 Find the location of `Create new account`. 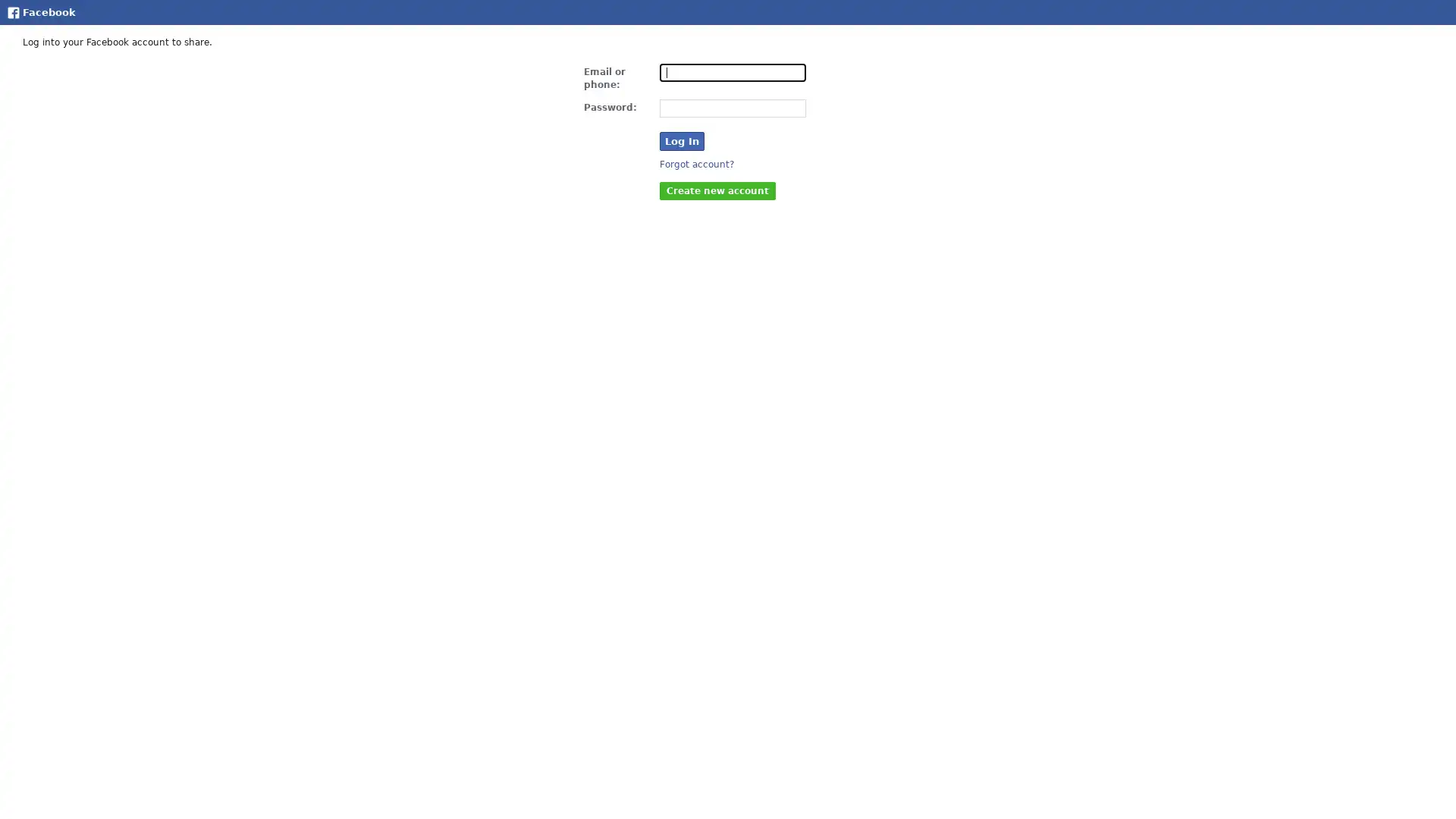

Create new account is located at coordinates (717, 189).